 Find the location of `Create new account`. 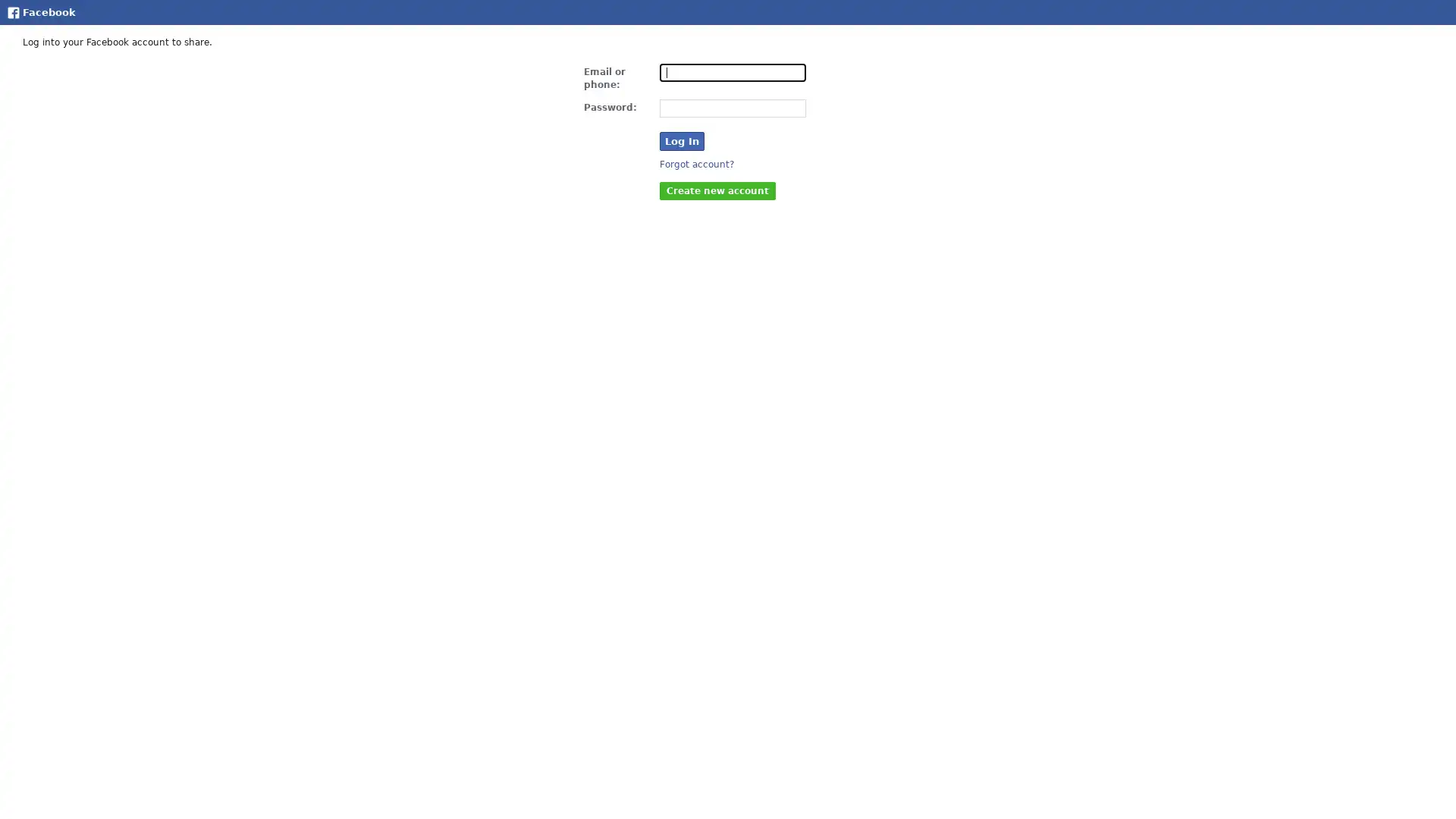

Create new account is located at coordinates (717, 189).